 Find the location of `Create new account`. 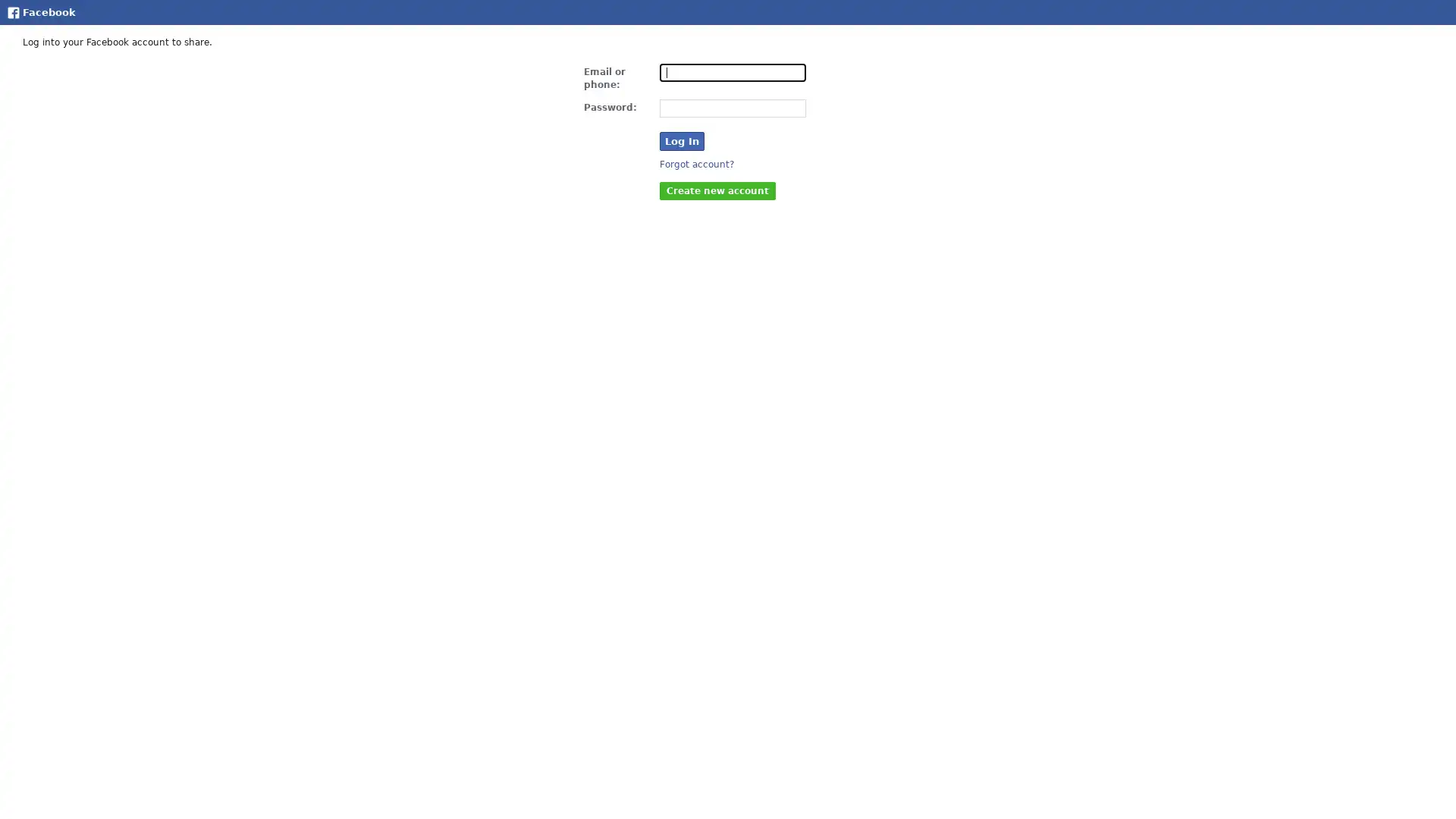

Create new account is located at coordinates (717, 189).